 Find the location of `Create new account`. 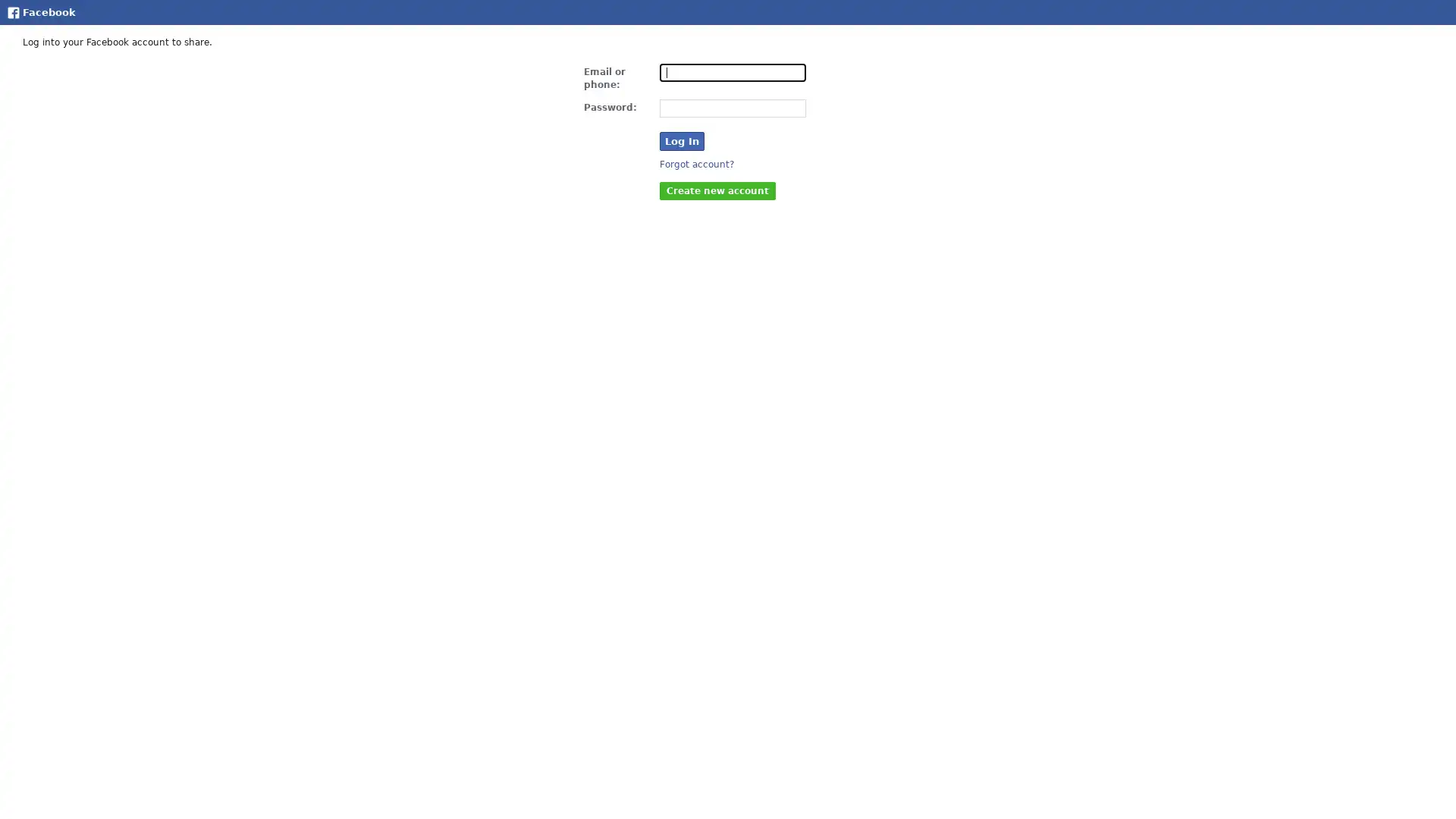

Create new account is located at coordinates (717, 189).